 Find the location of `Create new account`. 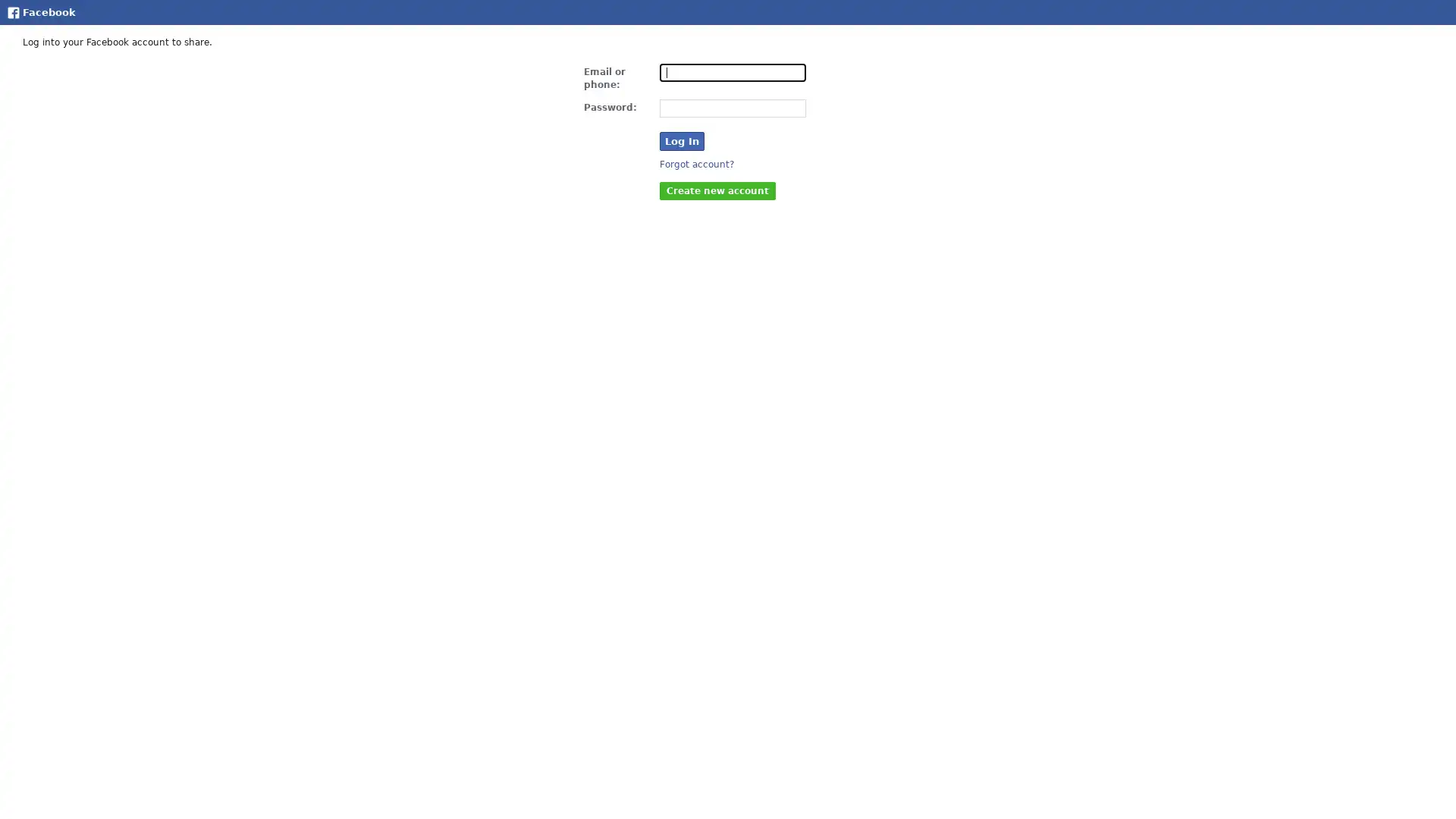

Create new account is located at coordinates (717, 189).